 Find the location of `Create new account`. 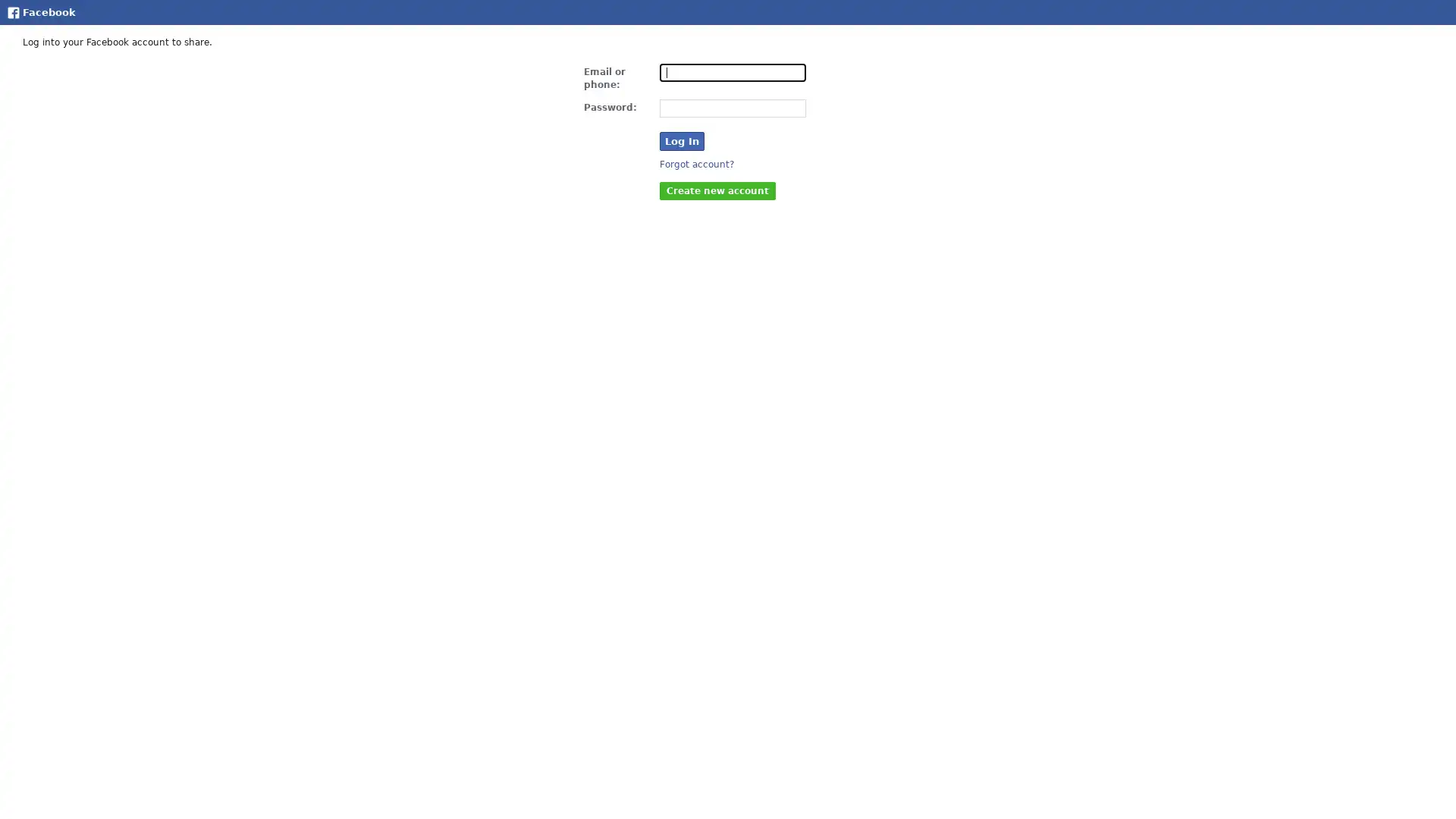

Create new account is located at coordinates (717, 189).